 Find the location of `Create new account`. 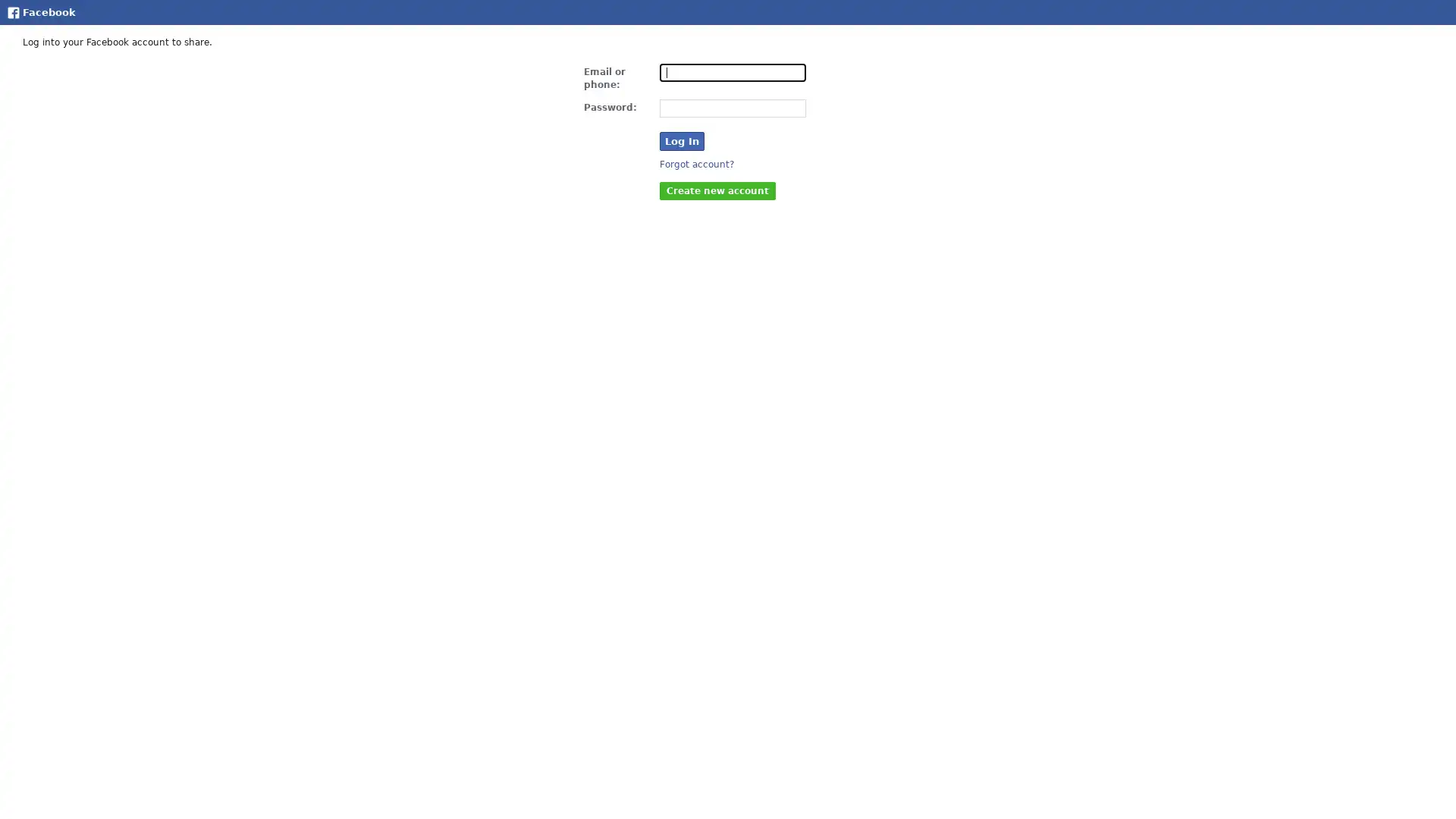

Create new account is located at coordinates (717, 189).